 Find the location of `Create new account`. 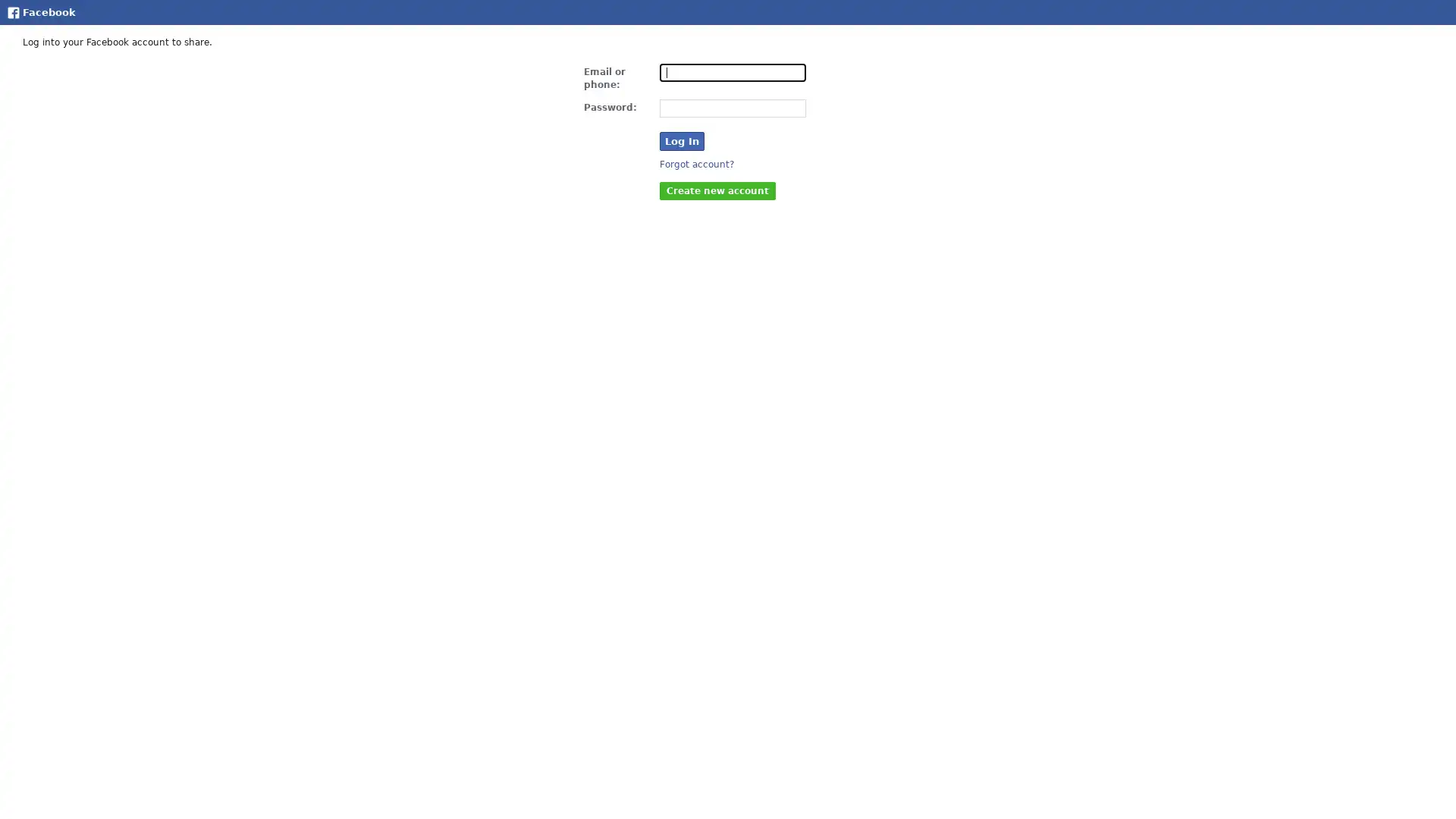

Create new account is located at coordinates (717, 189).